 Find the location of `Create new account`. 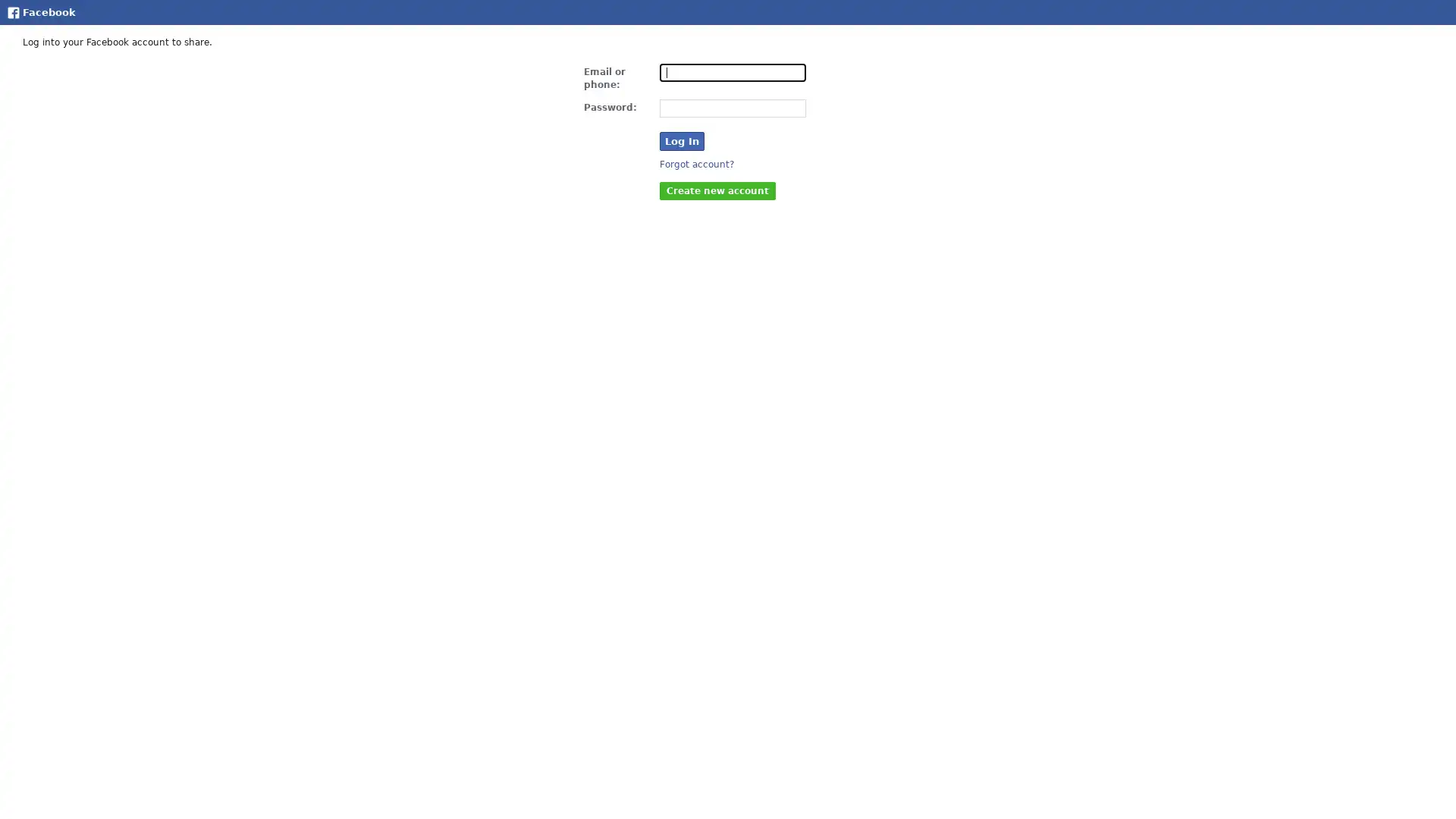

Create new account is located at coordinates (717, 189).